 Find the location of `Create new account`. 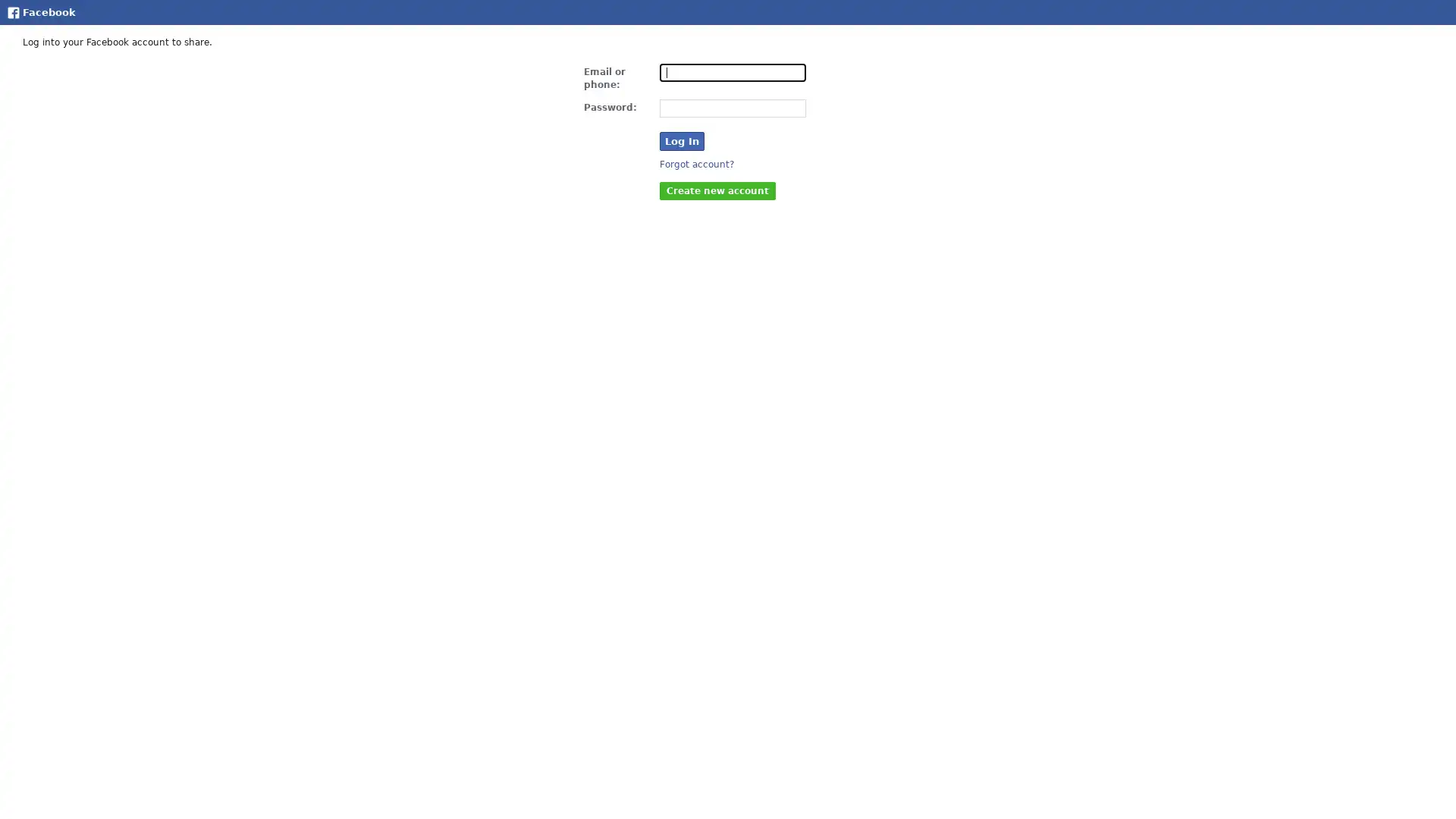

Create new account is located at coordinates (717, 189).